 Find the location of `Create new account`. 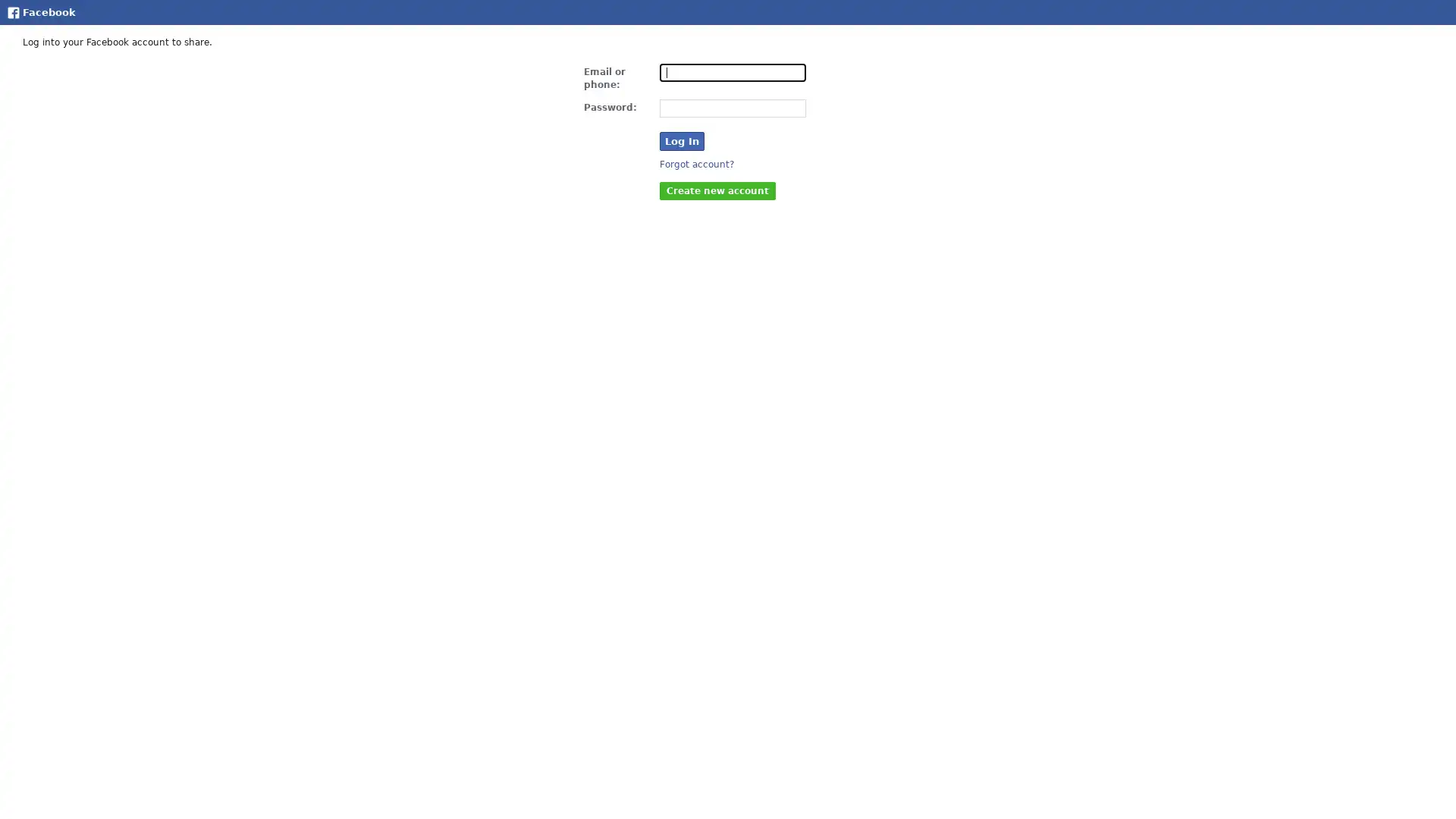

Create new account is located at coordinates (717, 189).